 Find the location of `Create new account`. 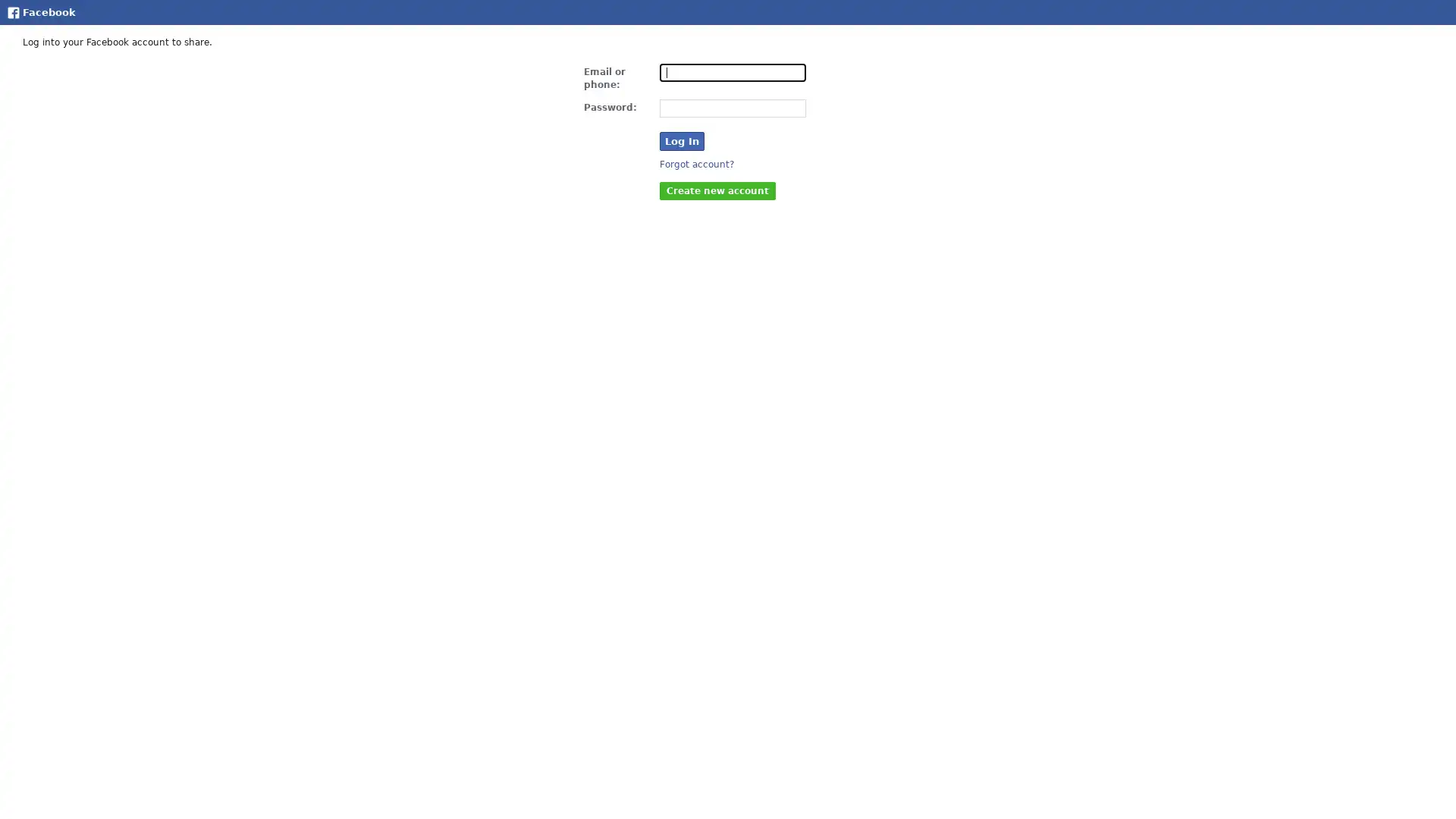

Create new account is located at coordinates (717, 189).